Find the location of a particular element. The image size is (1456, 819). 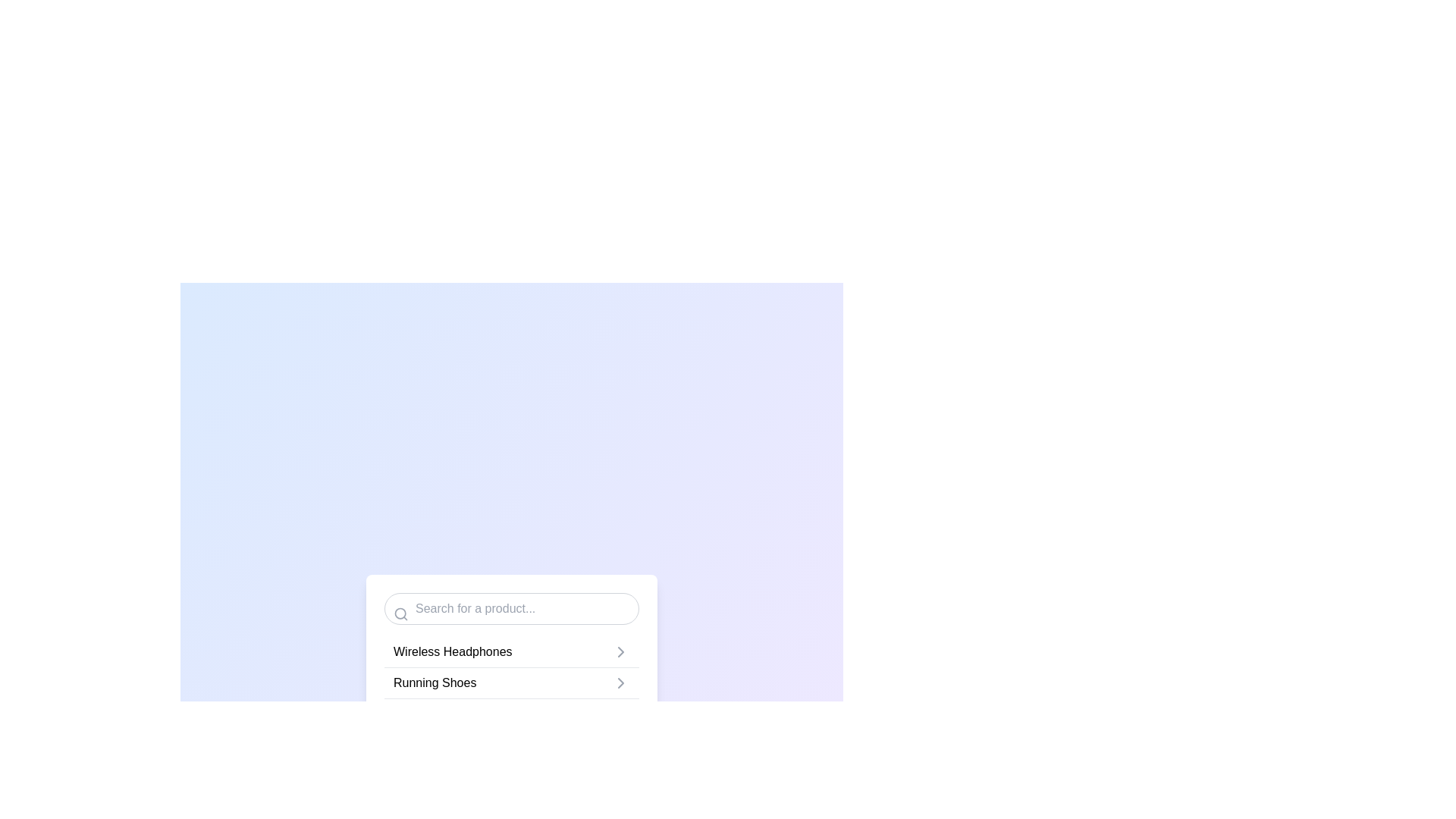

the 'Running Shoes' list item is located at coordinates (512, 692).